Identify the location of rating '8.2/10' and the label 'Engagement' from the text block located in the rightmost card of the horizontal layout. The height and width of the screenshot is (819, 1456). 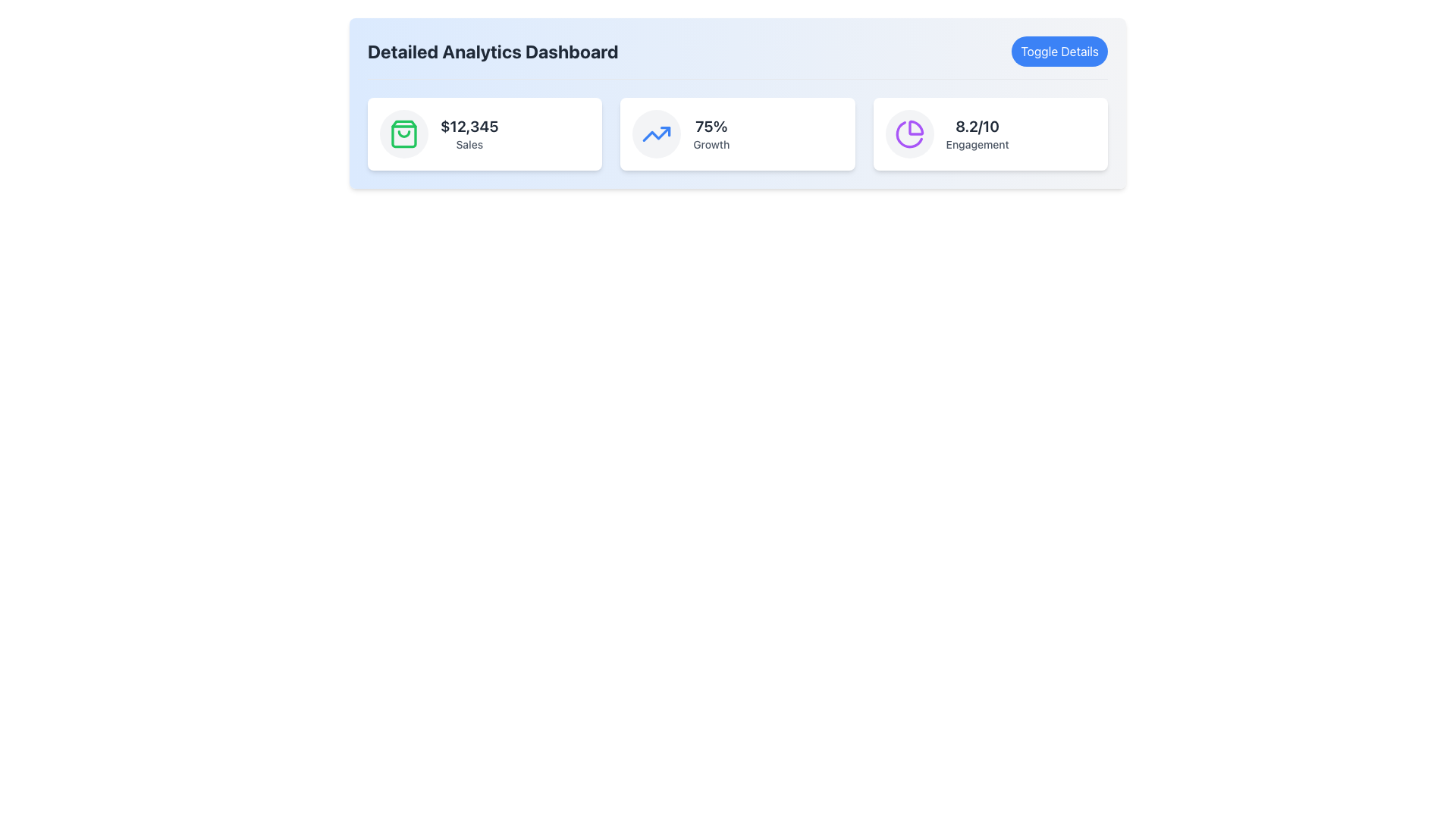
(977, 133).